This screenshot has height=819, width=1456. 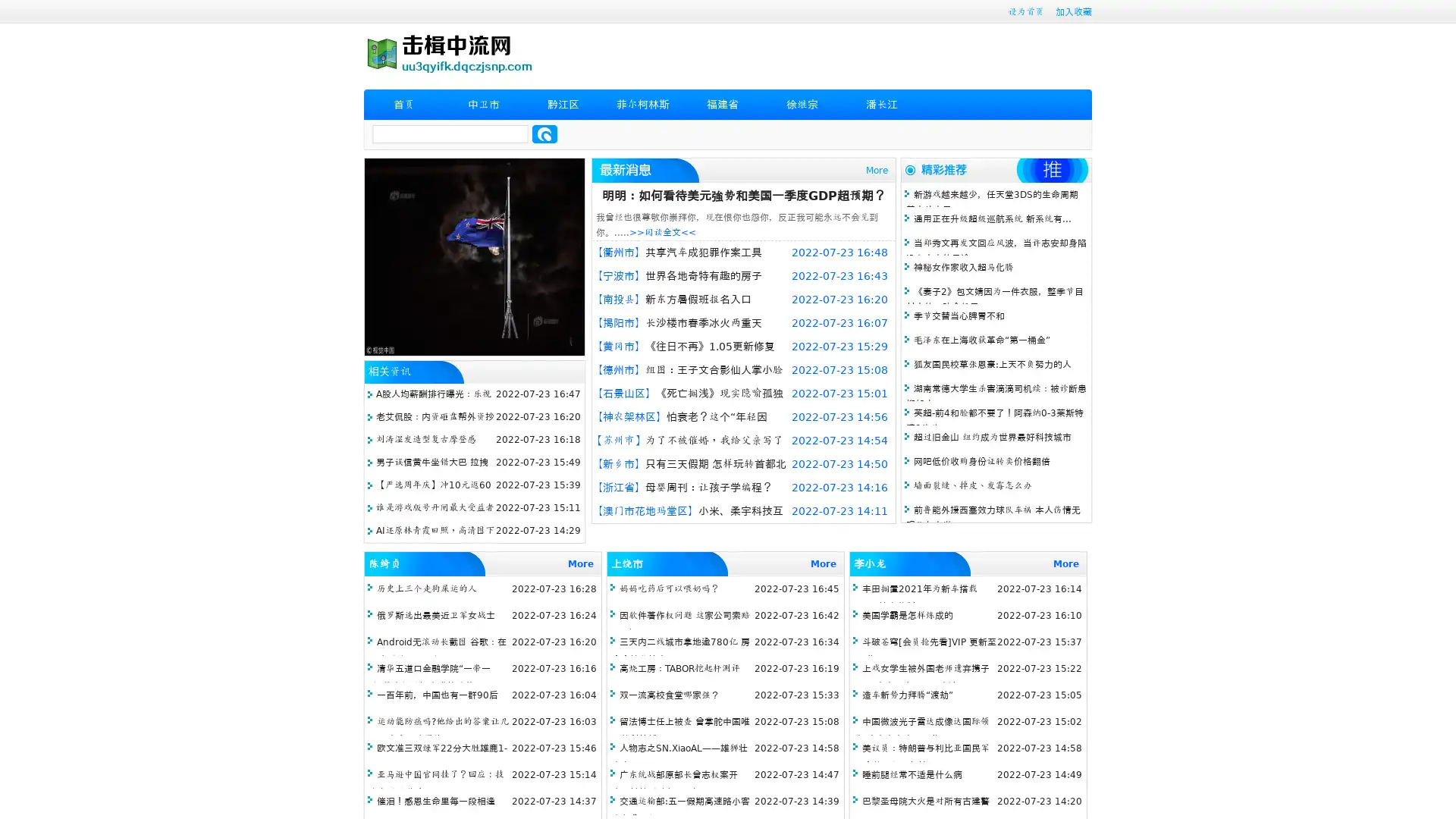 What do you see at coordinates (544, 133) in the screenshot?
I see `Search` at bounding box center [544, 133].